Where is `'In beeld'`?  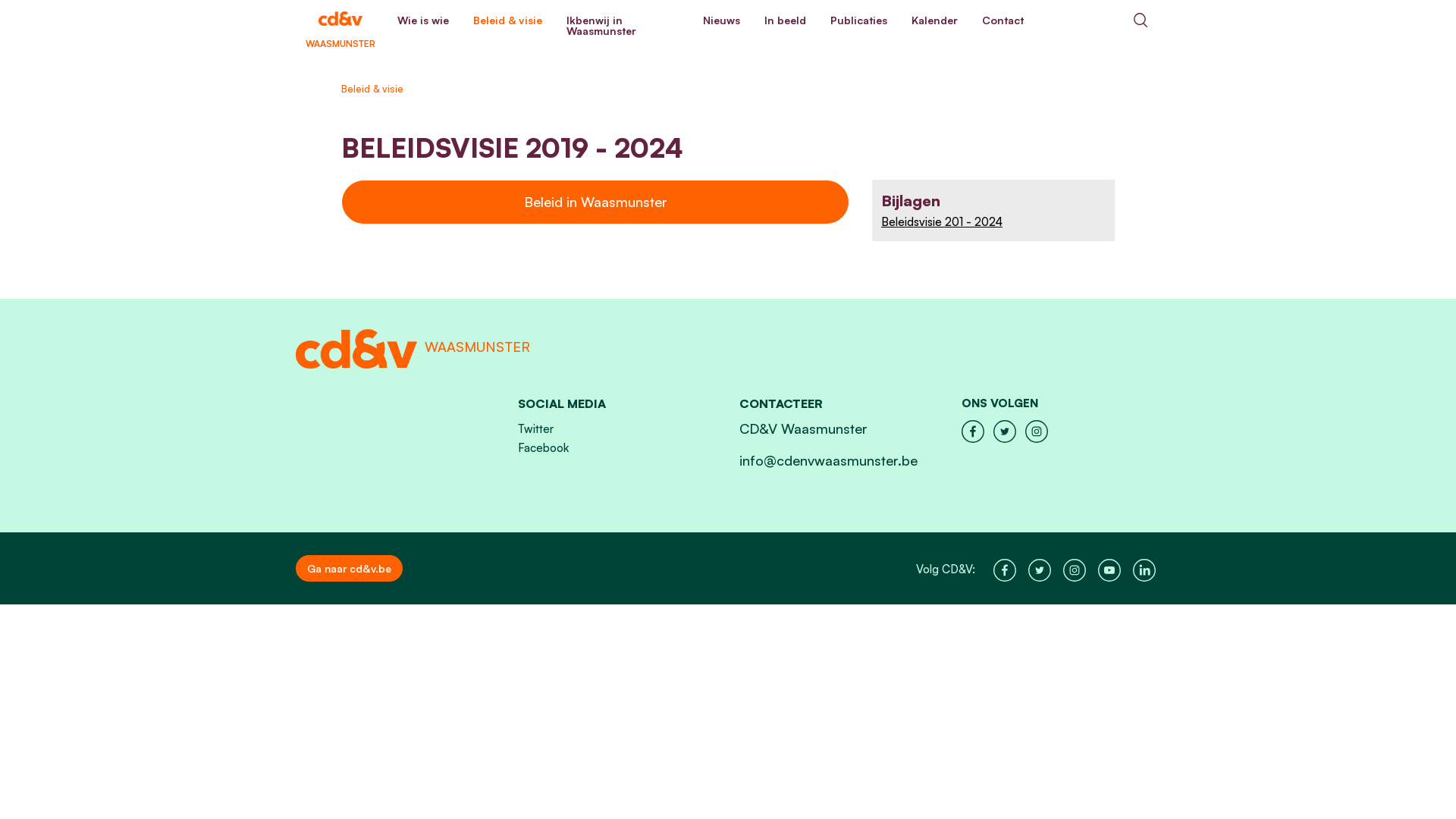 'In beeld' is located at coordinates (785, 20).